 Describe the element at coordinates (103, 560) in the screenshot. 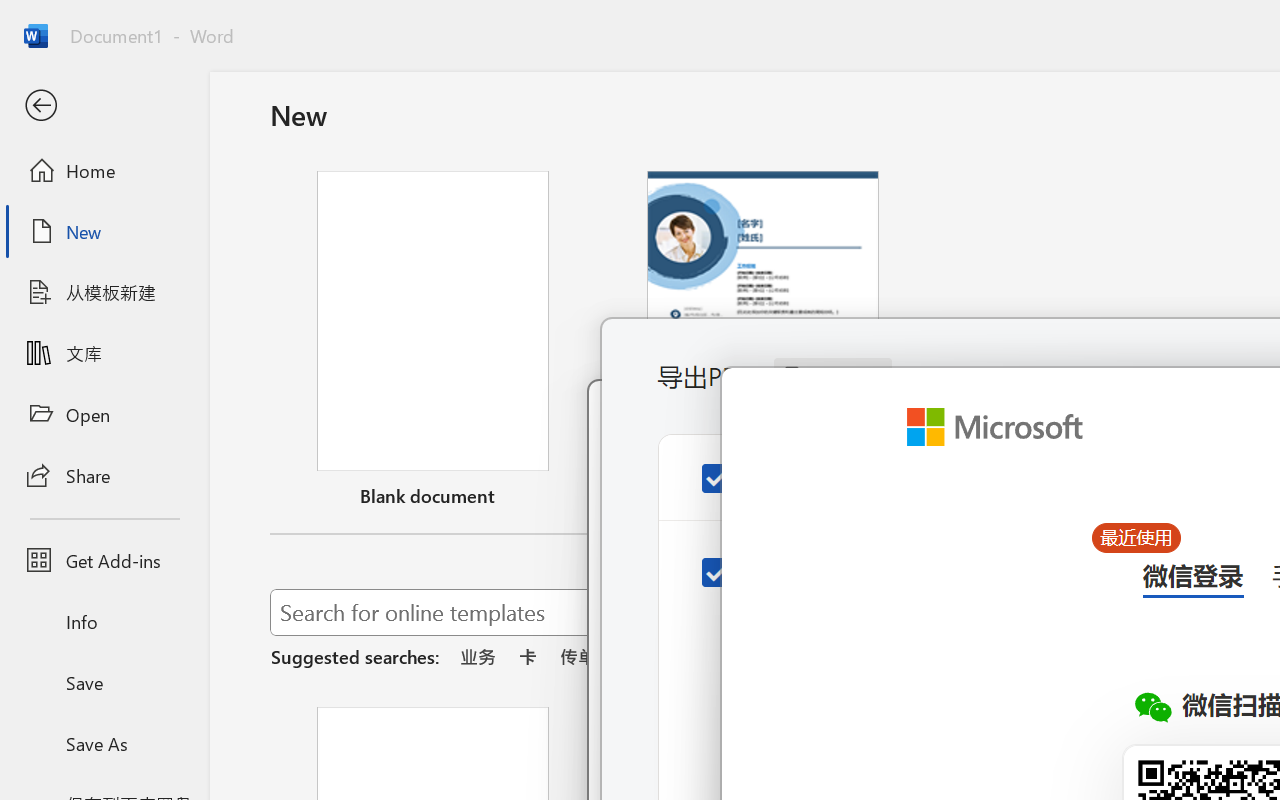

I see `'Get Add-ins'` at that location.